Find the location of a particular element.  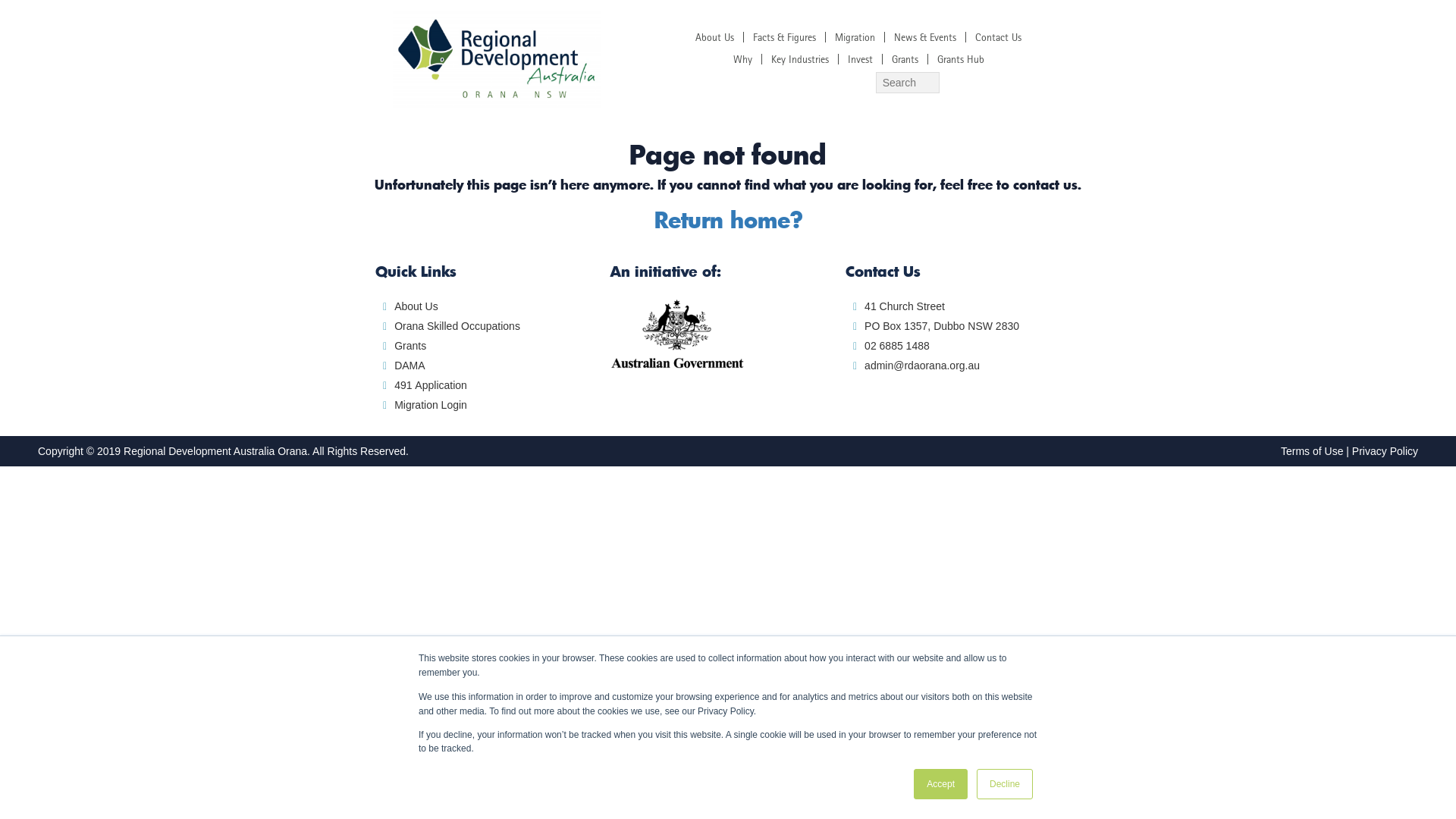

'Facts & Figures' is located at coordinates (784, 36).